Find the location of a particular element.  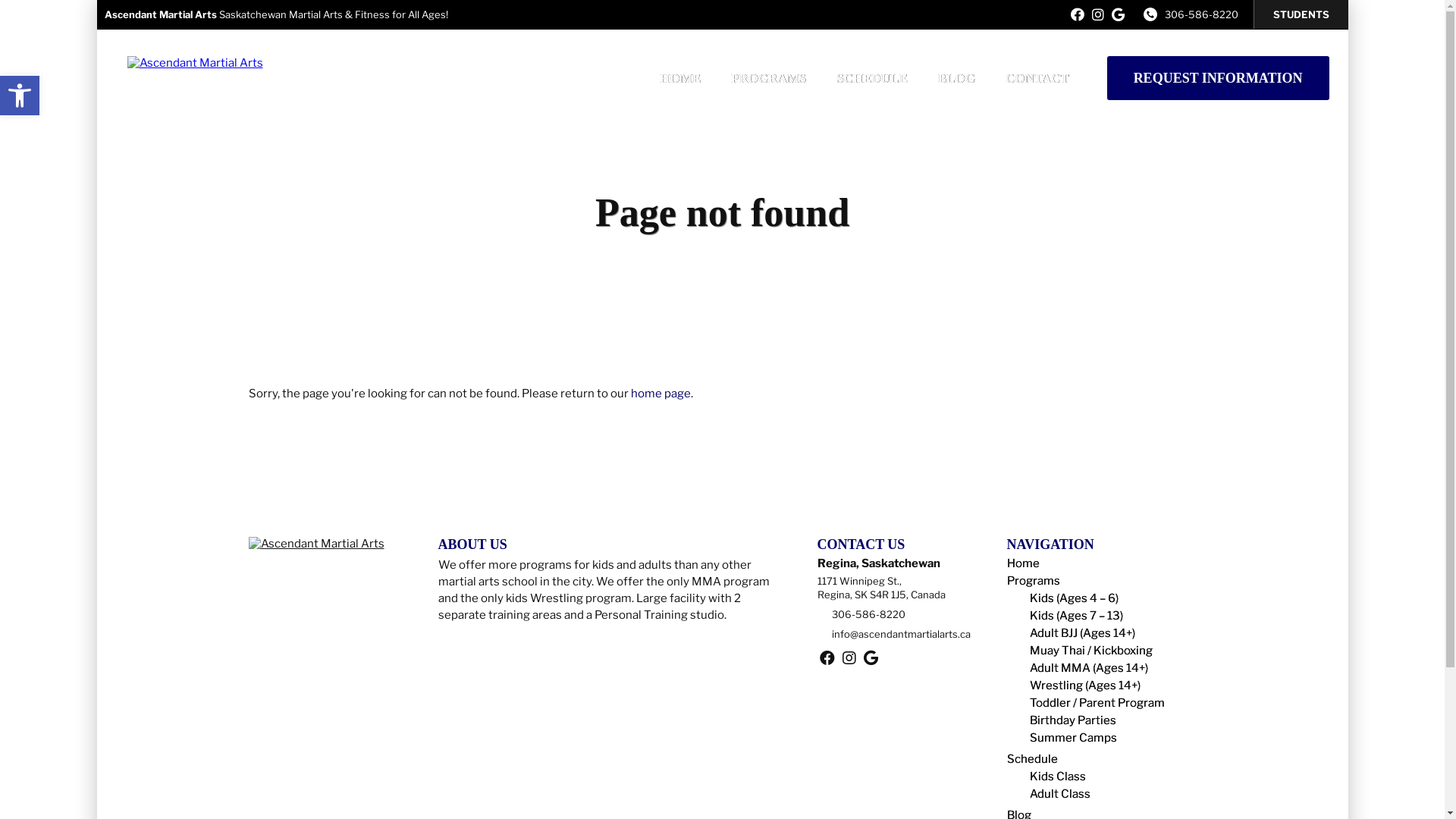

'Muay Thai / Kickboxing' is located at coordinates (1090, 649).